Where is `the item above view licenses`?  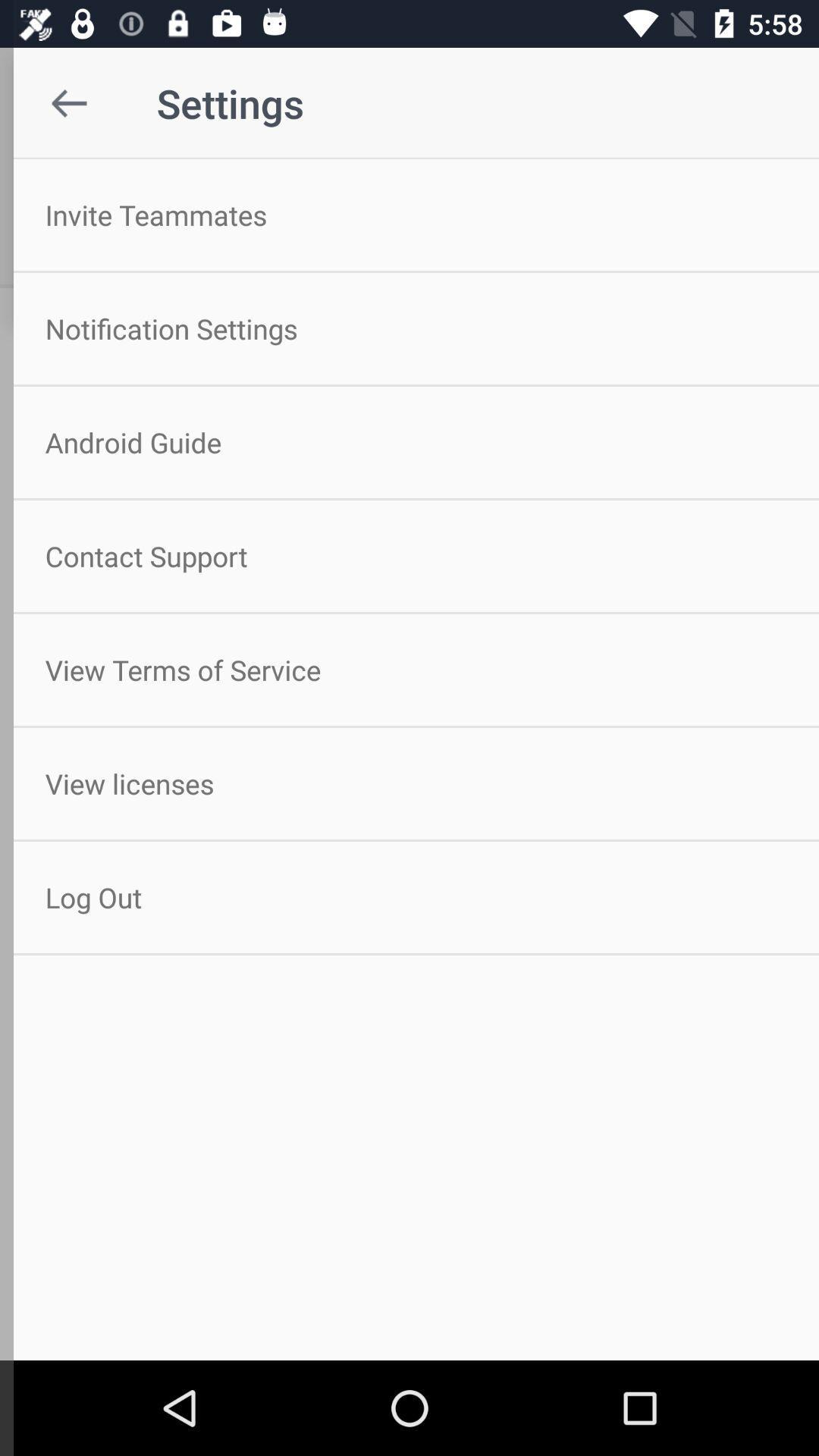
the item above view licenses is located at coordinates (409, 669).